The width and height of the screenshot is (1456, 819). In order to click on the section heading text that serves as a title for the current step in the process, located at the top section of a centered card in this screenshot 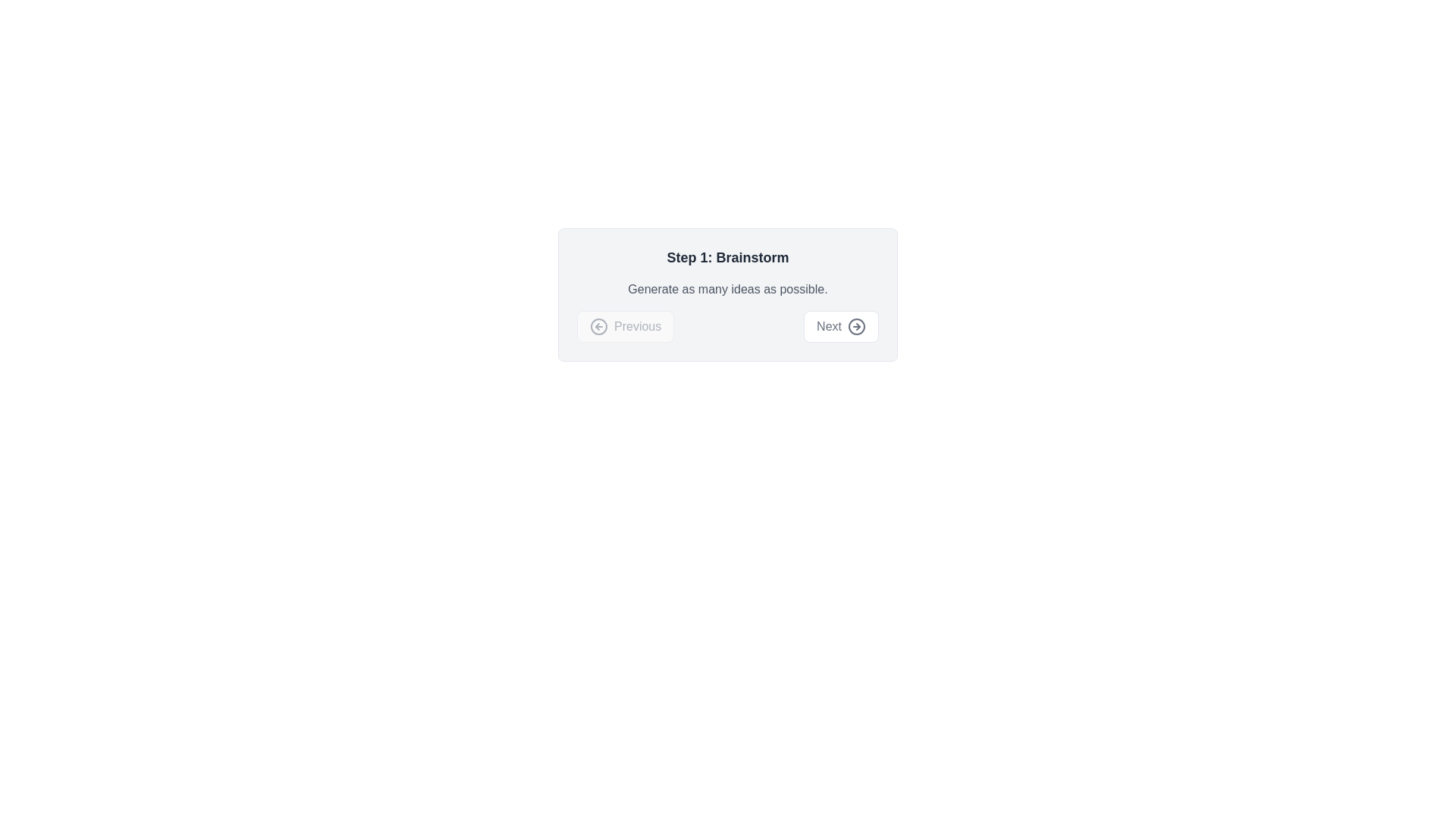, I will do `click(728, 256)`.